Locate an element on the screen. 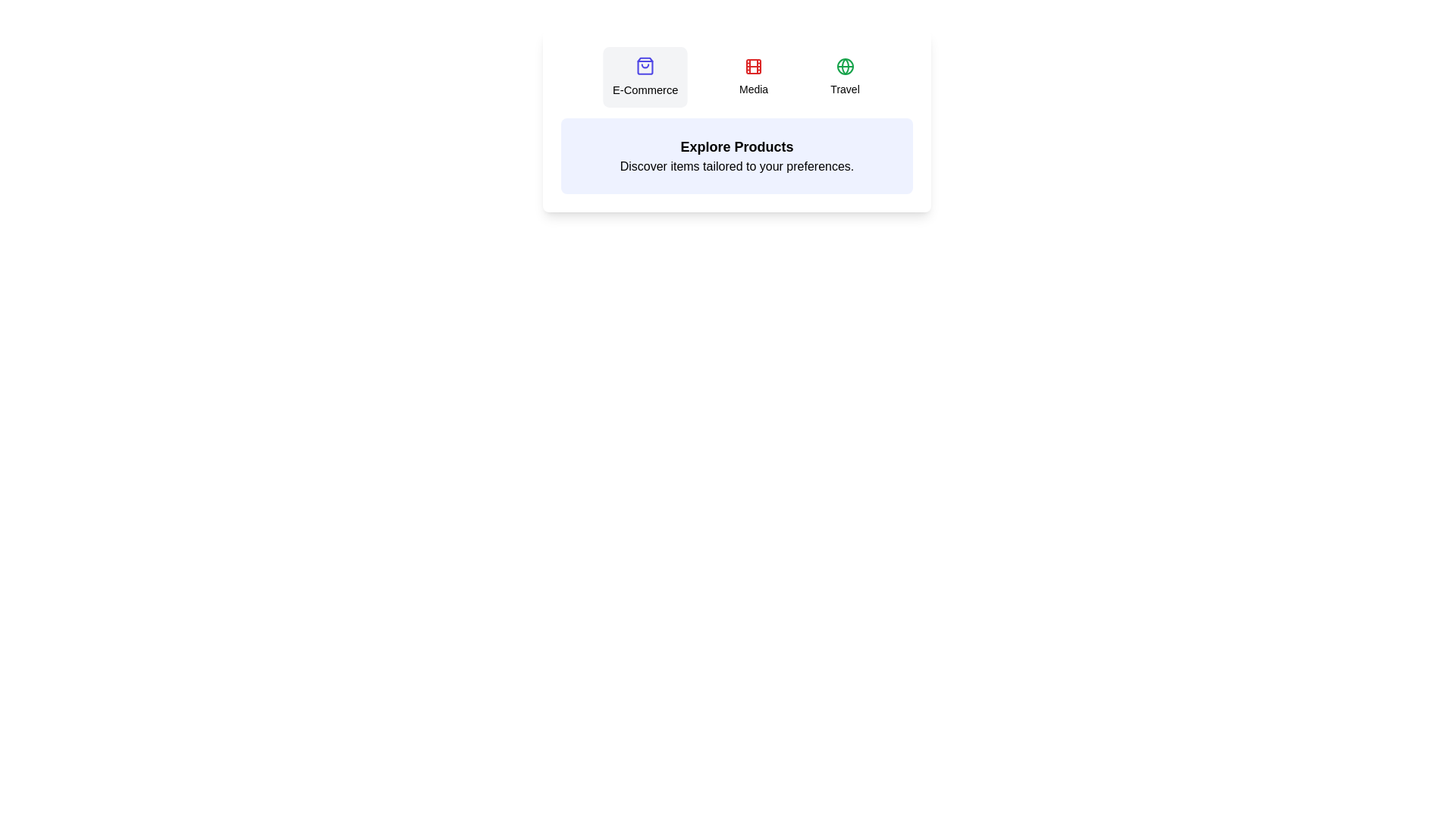 This screenshot has width=1456, height=819. the tab identified by Media is located at coordinates (753, 77).